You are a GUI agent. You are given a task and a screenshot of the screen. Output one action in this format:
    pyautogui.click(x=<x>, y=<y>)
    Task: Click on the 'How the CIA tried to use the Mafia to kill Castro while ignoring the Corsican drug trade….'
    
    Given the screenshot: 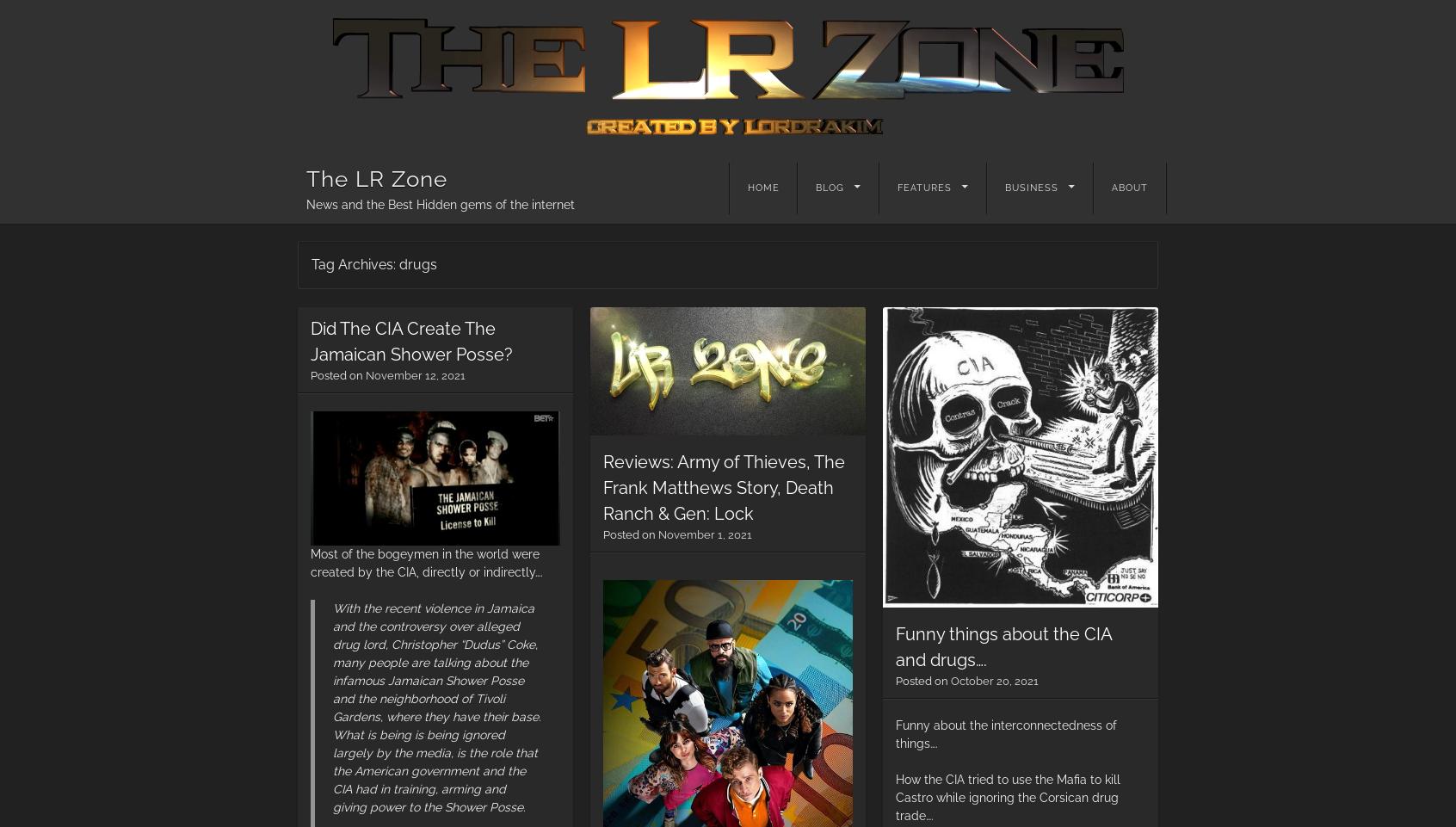 What is the action you would take?
    pyautogui.click(x=894, y=797)
    